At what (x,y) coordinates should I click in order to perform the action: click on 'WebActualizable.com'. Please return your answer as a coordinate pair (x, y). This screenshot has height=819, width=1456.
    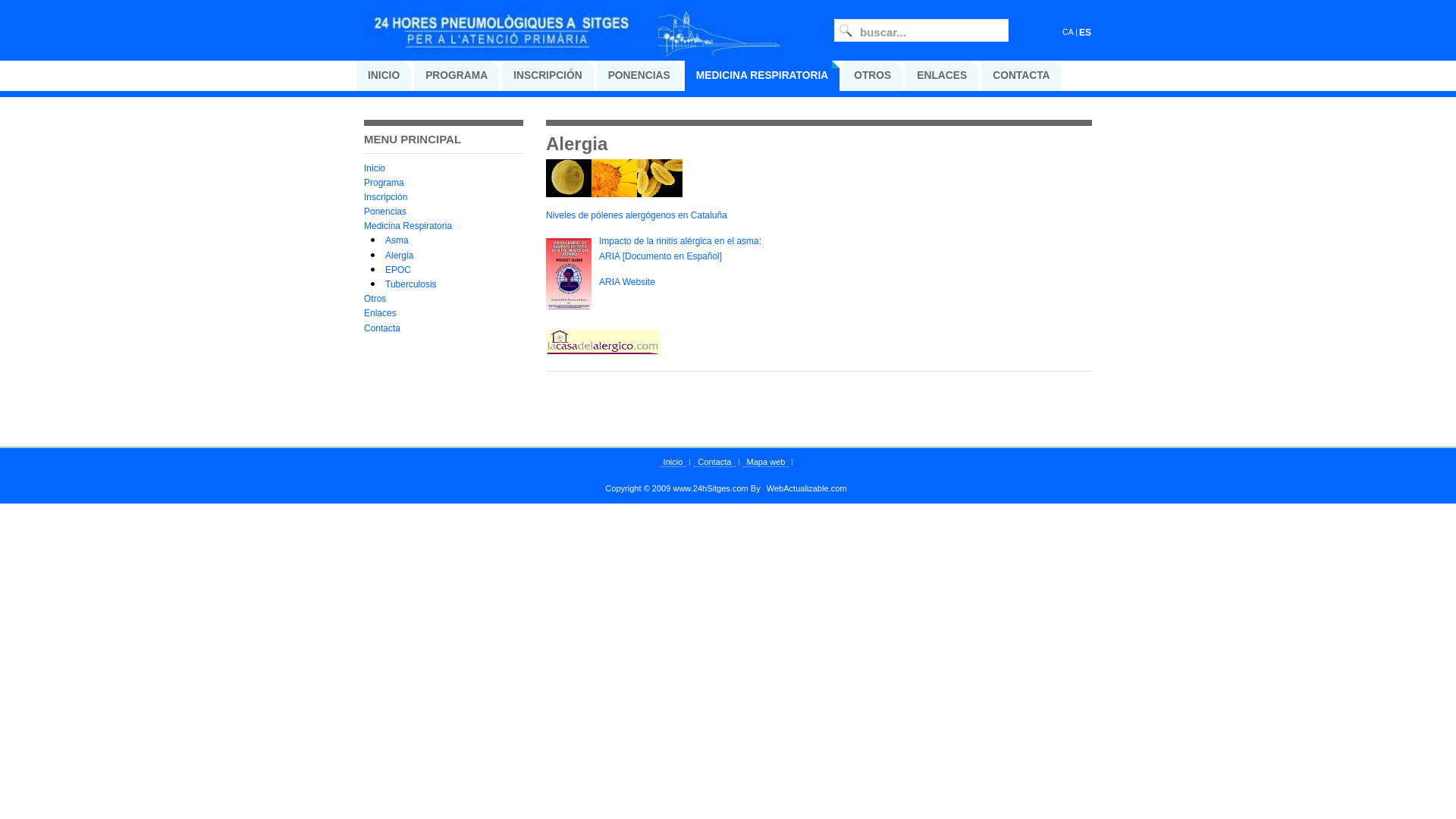
    Looking at the image, I should click on (763, 488).